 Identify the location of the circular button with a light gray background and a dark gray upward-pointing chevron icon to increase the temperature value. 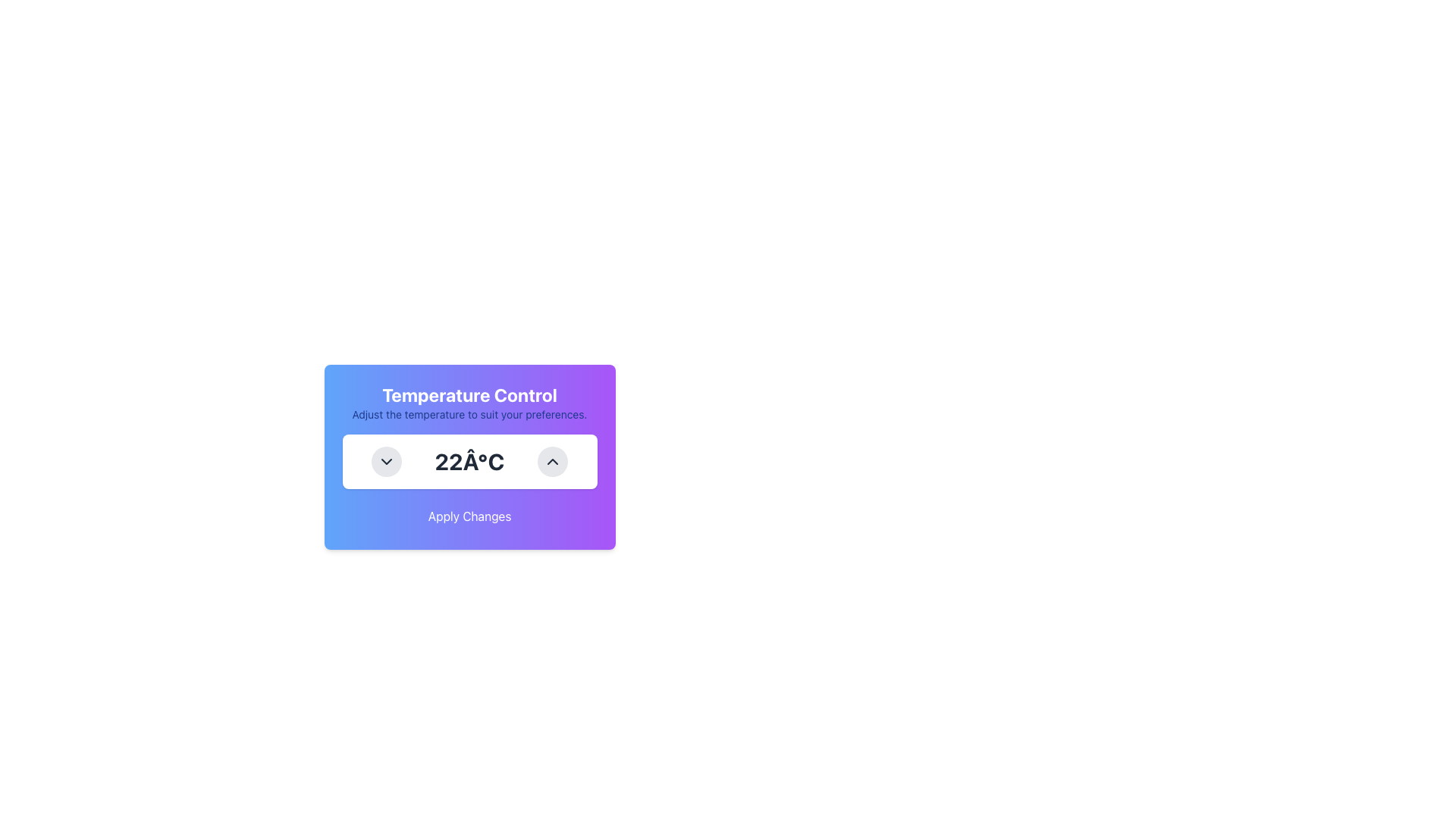
(552, 461).